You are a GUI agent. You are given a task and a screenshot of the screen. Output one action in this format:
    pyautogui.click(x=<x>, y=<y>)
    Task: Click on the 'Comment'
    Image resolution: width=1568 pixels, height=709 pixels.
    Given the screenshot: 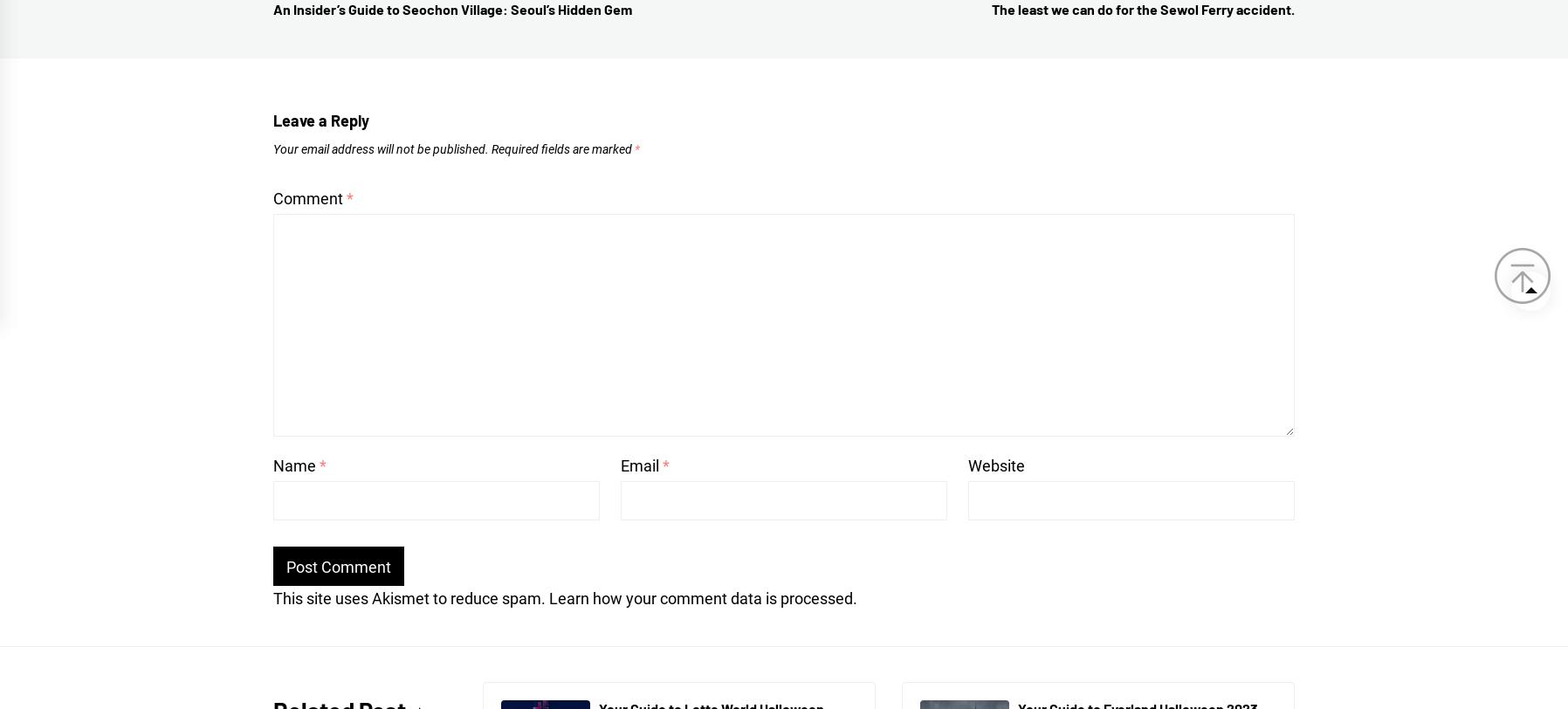 What is the action you would take?
    pyautogui.click(x=273, y=198)
    